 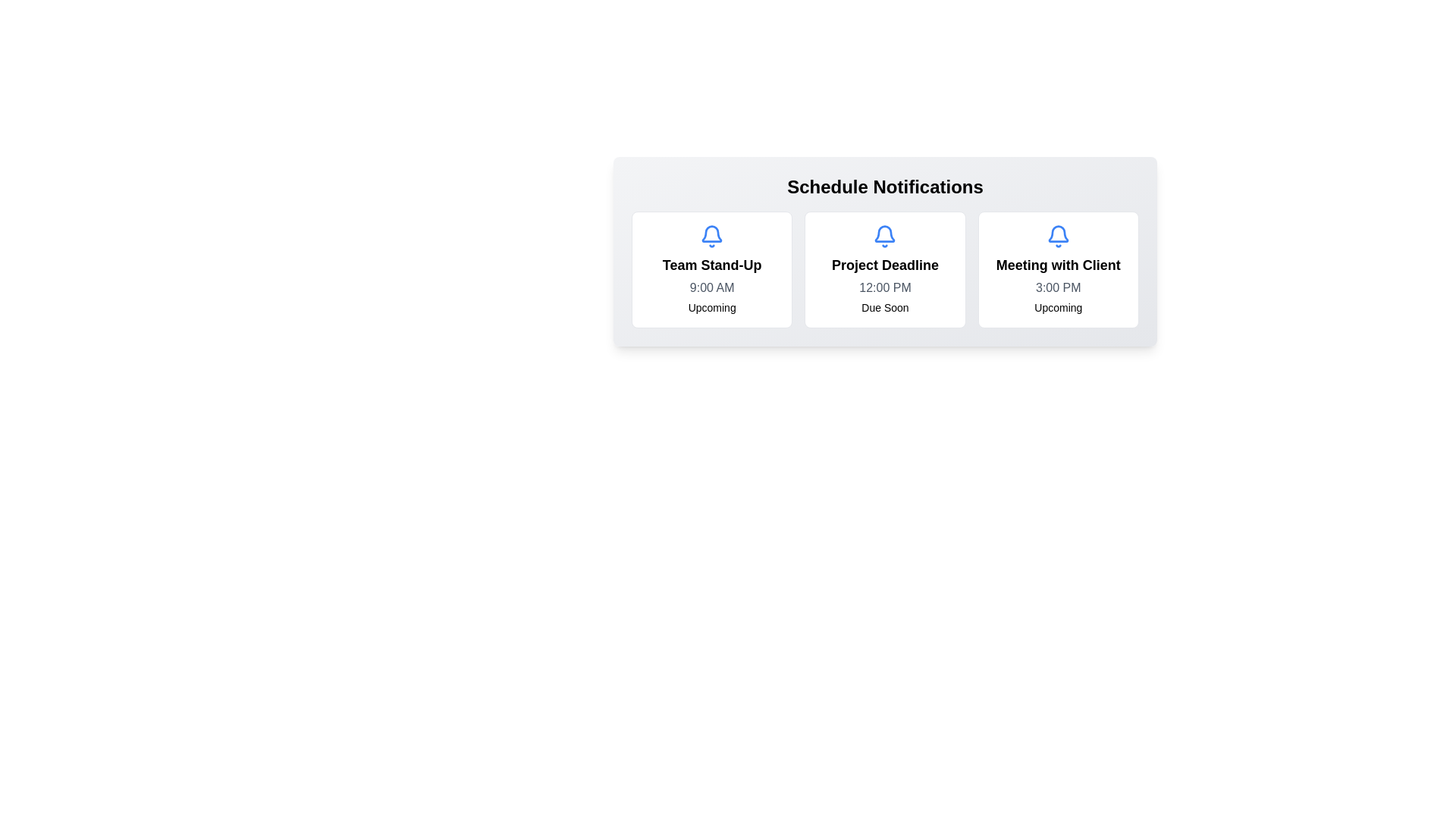 What do you see at coordinates (1057, 268) in the screenshot?
I see `details displayed on the scheduled notification card located in the third column of the grid layout, which contains information about an upcoming meeting` at bounding box center [1057, 268].